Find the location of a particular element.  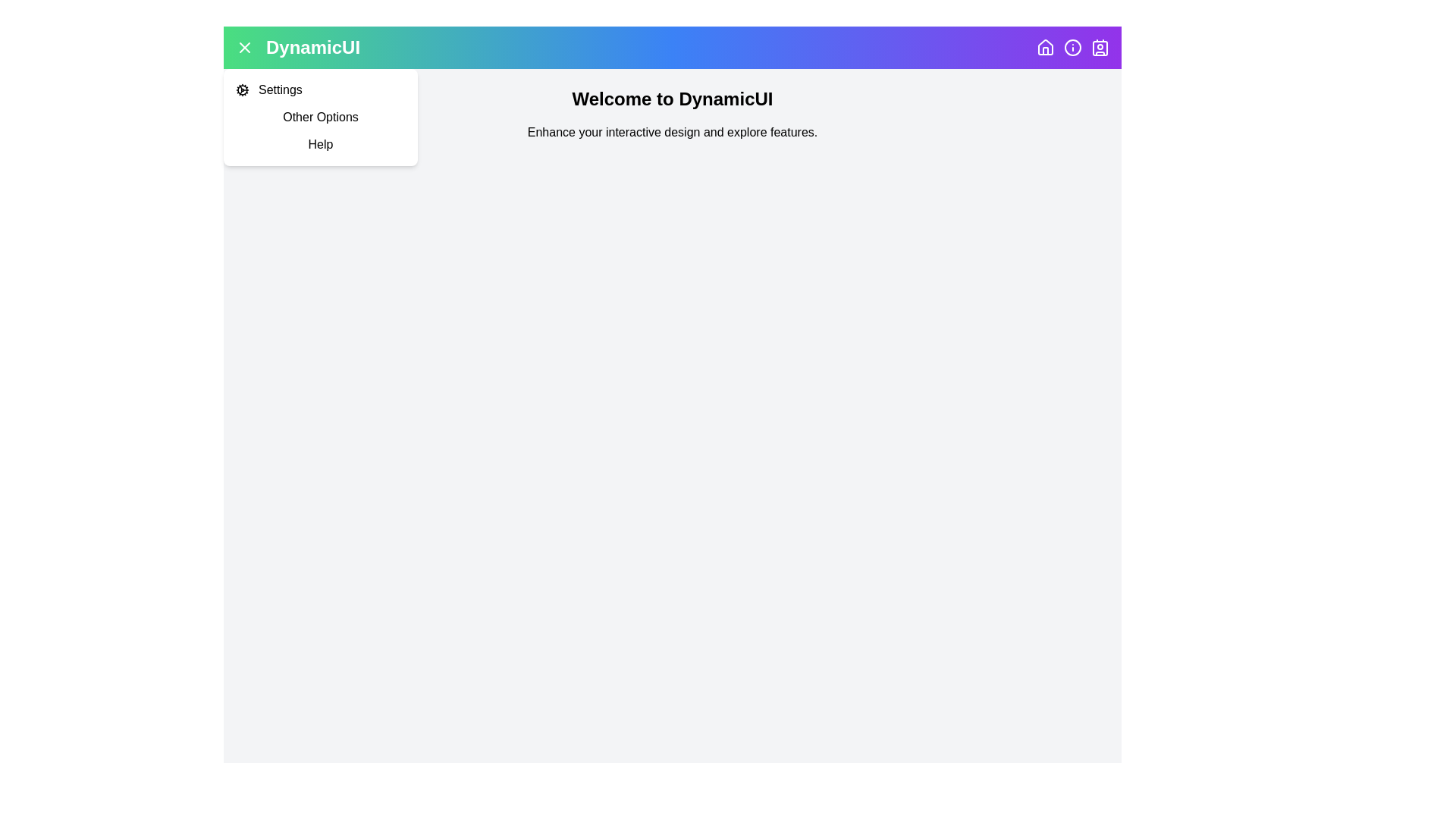

the 'Settings' text label in the dropdown menu, which is located to the right of the cogwheel icon and is the first option in the list is located at coordinates (280, 90).